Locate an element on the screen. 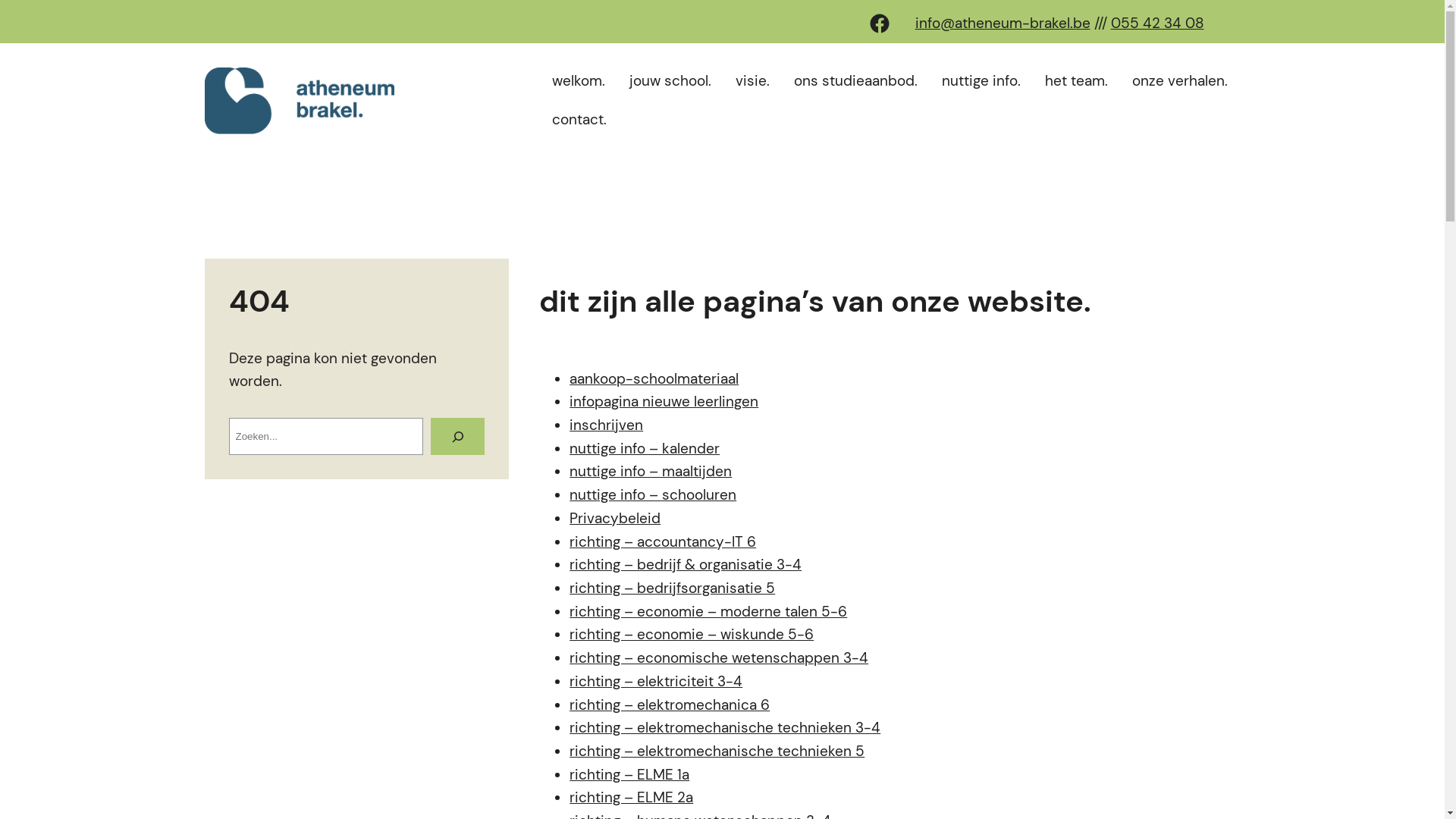  'Privacybeleid' is located at coordinates (615, 517).